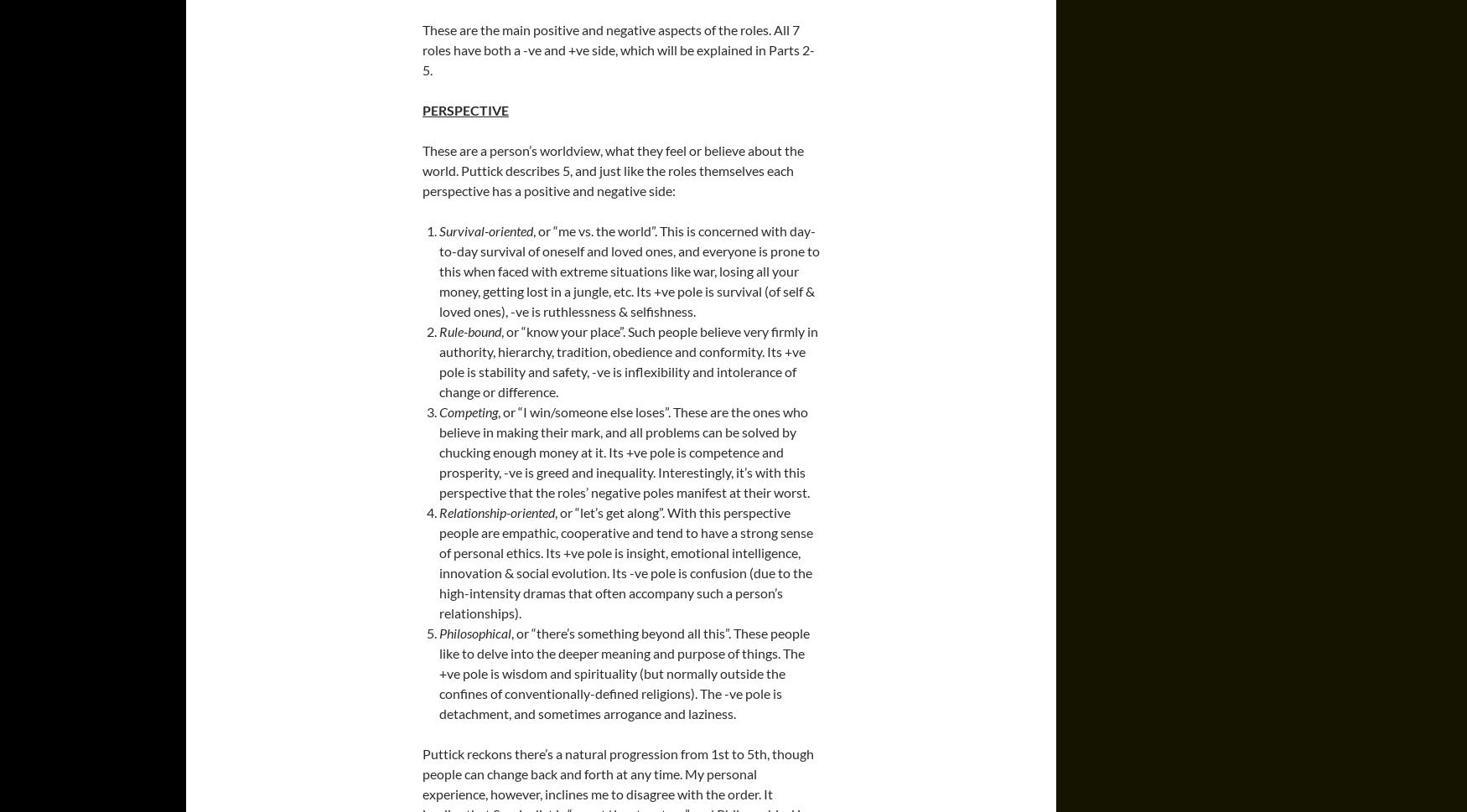 The width and height of the screenshot is (1467, 812). Describe the element at coordinates (421, 170) in the screenshot. I see `'These are a person’s worldview, what they feel or believe about the world. Puttick describes 5, and just like the roles themselves each perspective has a positive and negative side:'` at that location.